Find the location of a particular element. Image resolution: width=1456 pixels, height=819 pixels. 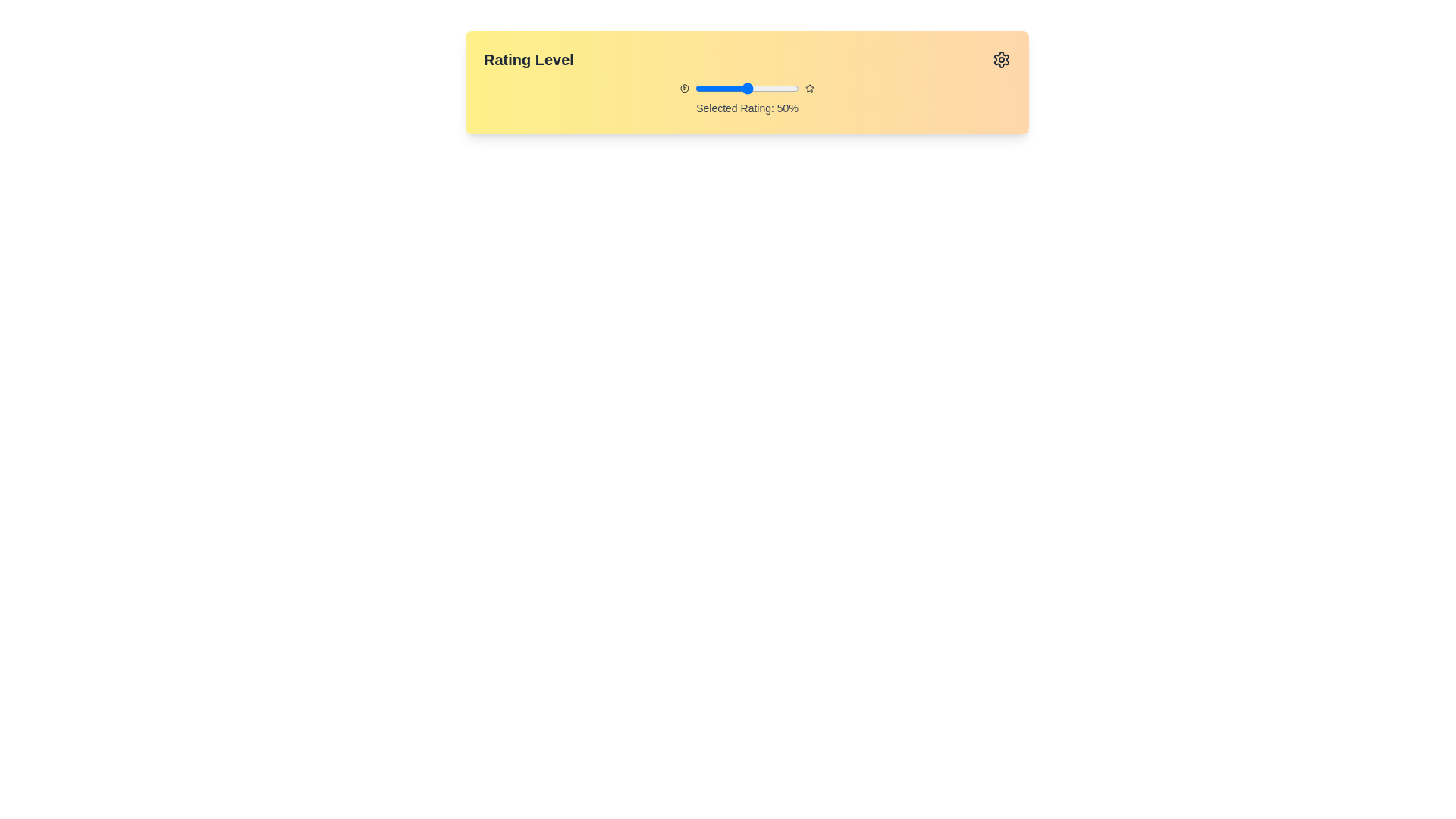

text displayed in the Static Text Label showing 'Selected Rating: 50%' which is located below the slider component in the 'Rating Level' section is located at coordinates (747, 107).